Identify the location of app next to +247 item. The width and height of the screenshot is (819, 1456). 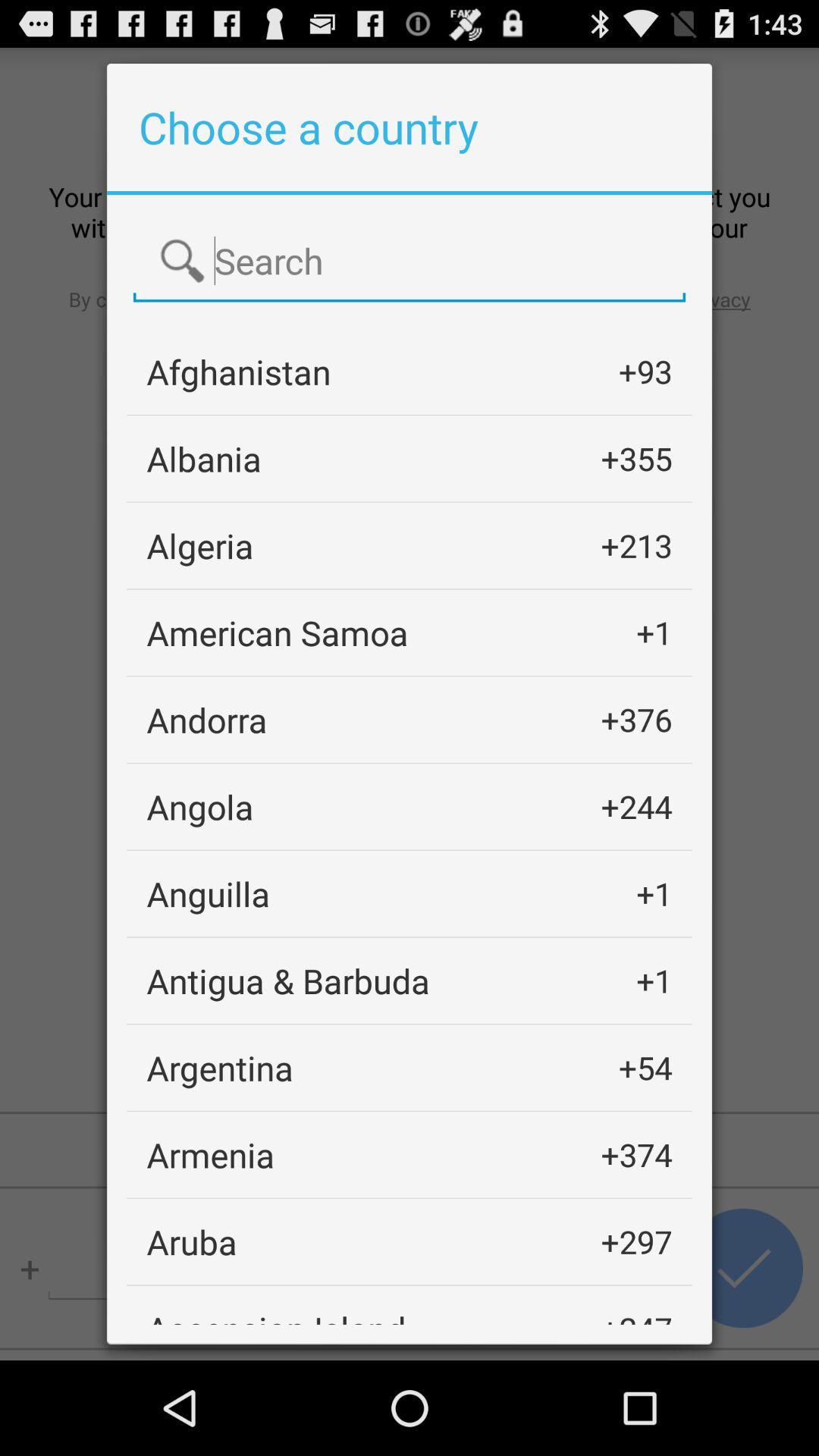
(276, 1314).